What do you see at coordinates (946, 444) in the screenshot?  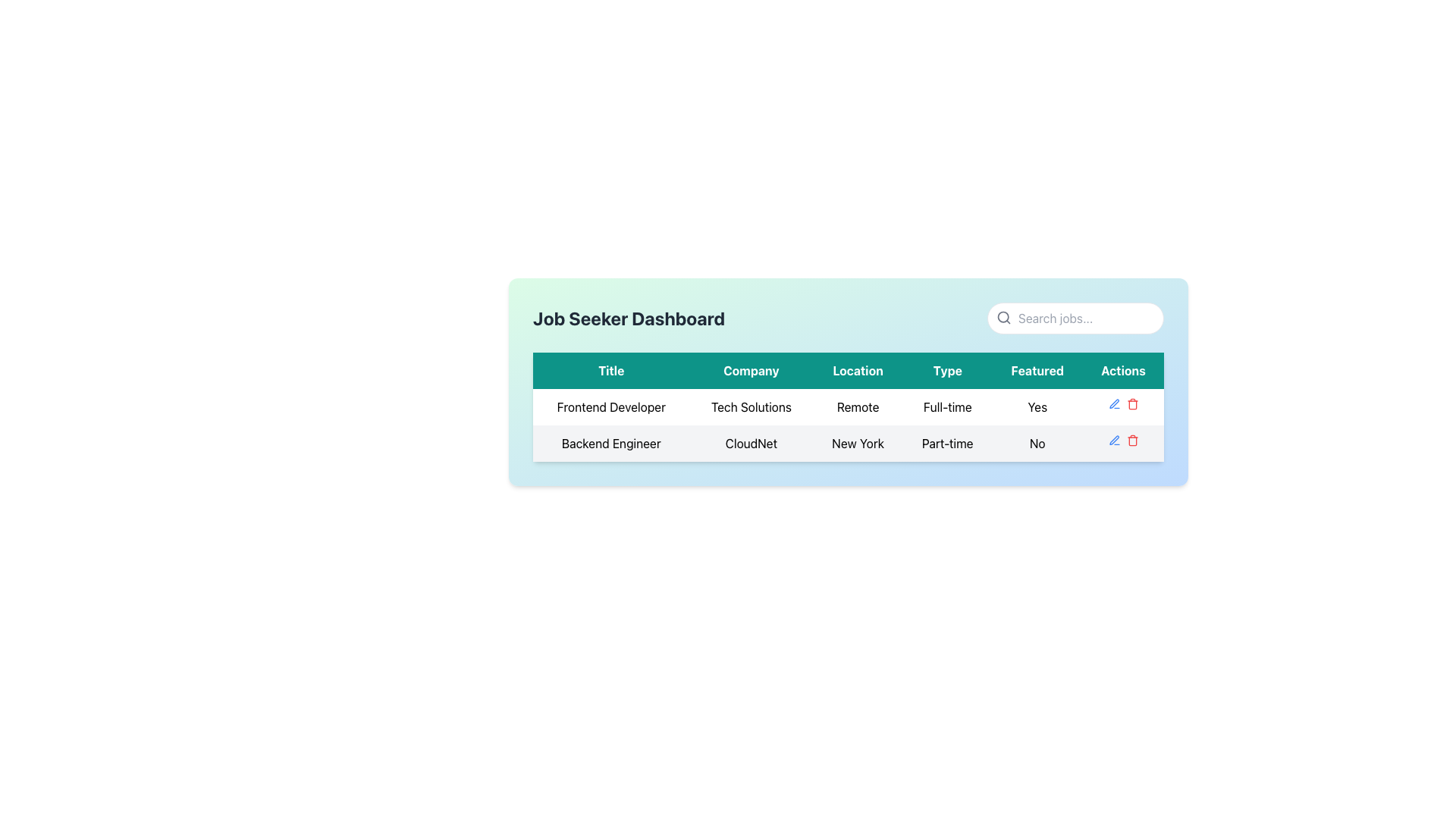 I see `the text label 'Part-time' in the 'Type' column of the data table for the Backend Engineer job listing at CloudNet in New York` at bounding box center [946, 444].